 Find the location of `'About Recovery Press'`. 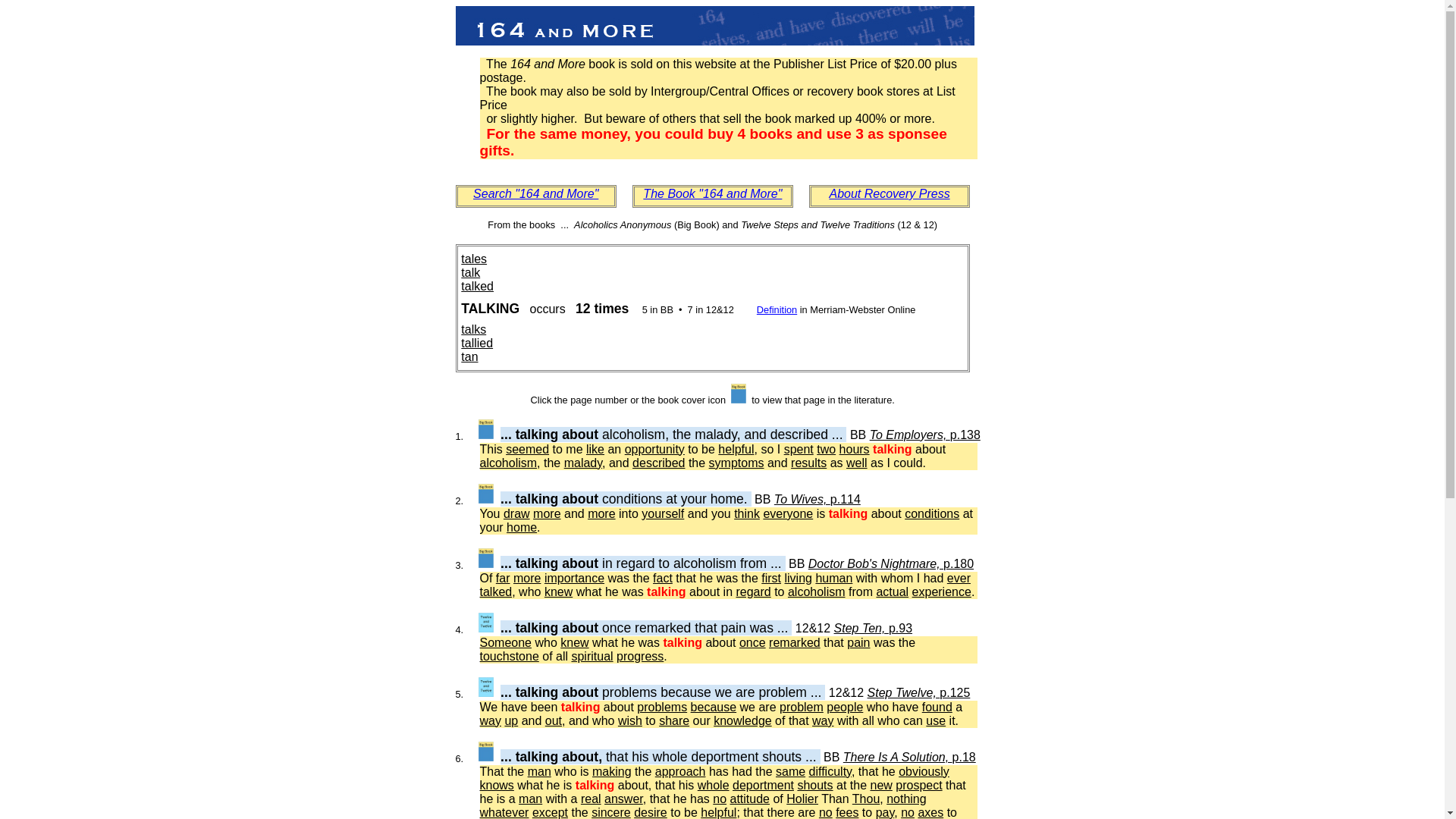

'About Recovery Press' is located at coordinates (889, 193).